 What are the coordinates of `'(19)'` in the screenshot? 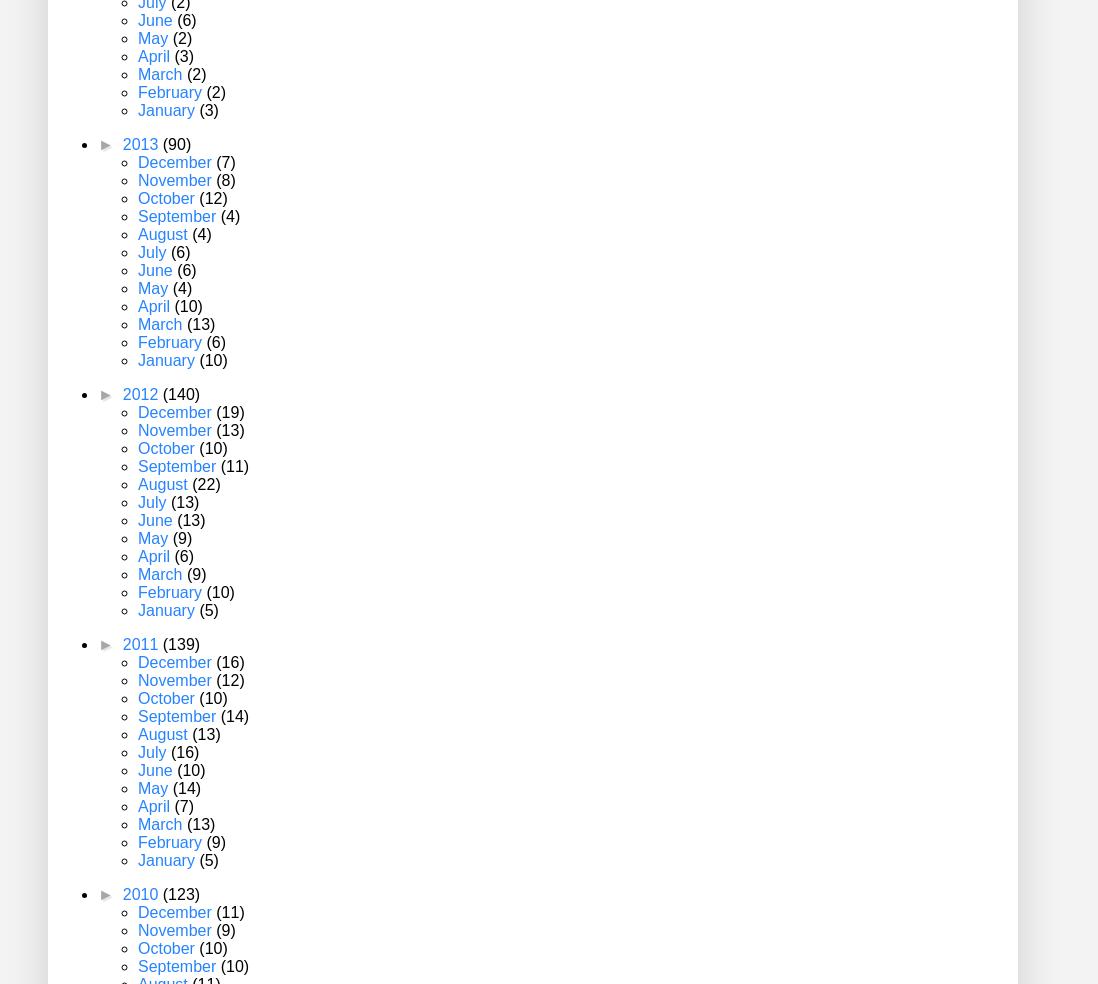 It's located at (229, 412).